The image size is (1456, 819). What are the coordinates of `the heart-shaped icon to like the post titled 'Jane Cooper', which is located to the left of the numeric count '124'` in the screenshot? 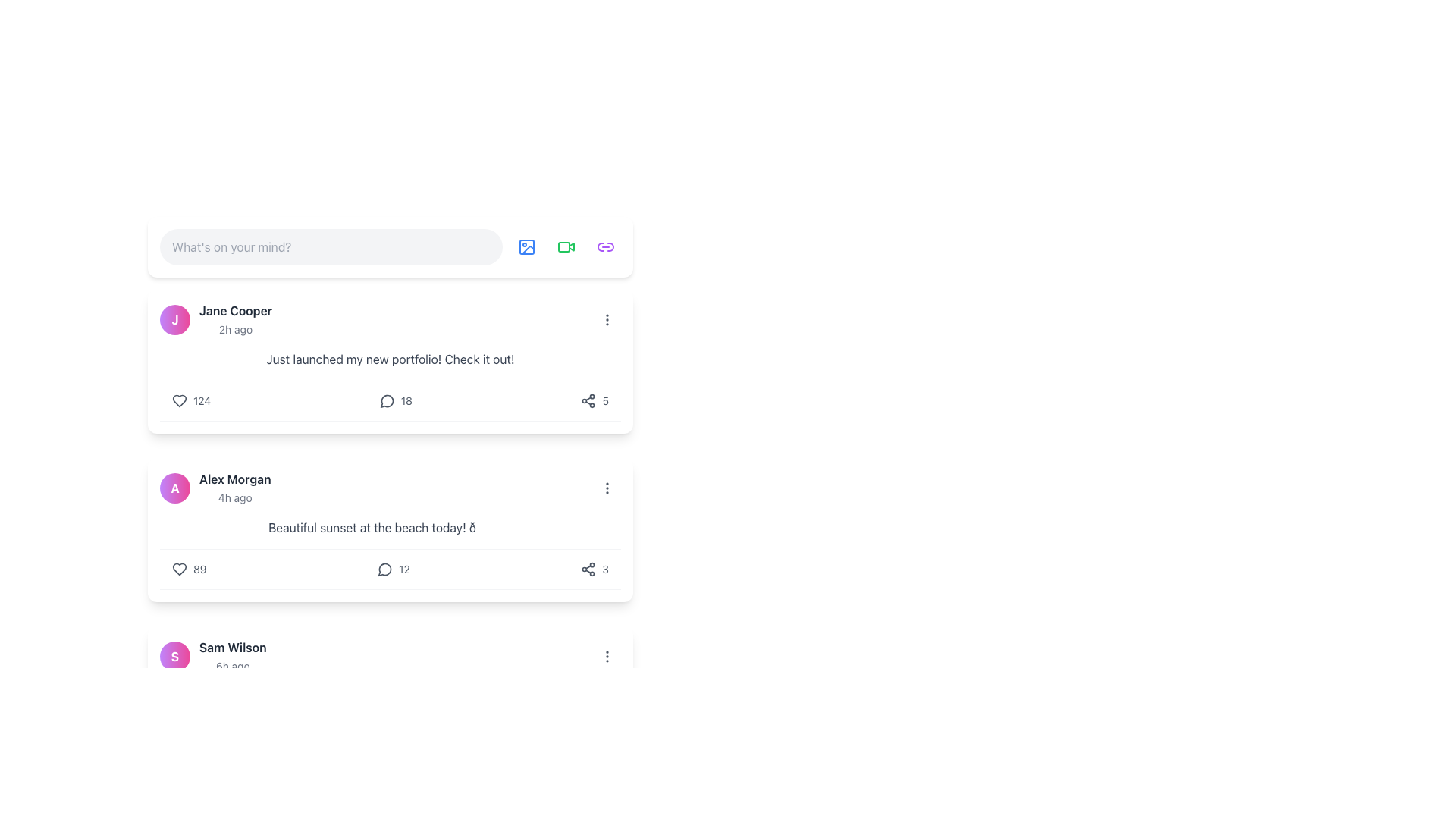 It's located at (179, 400).